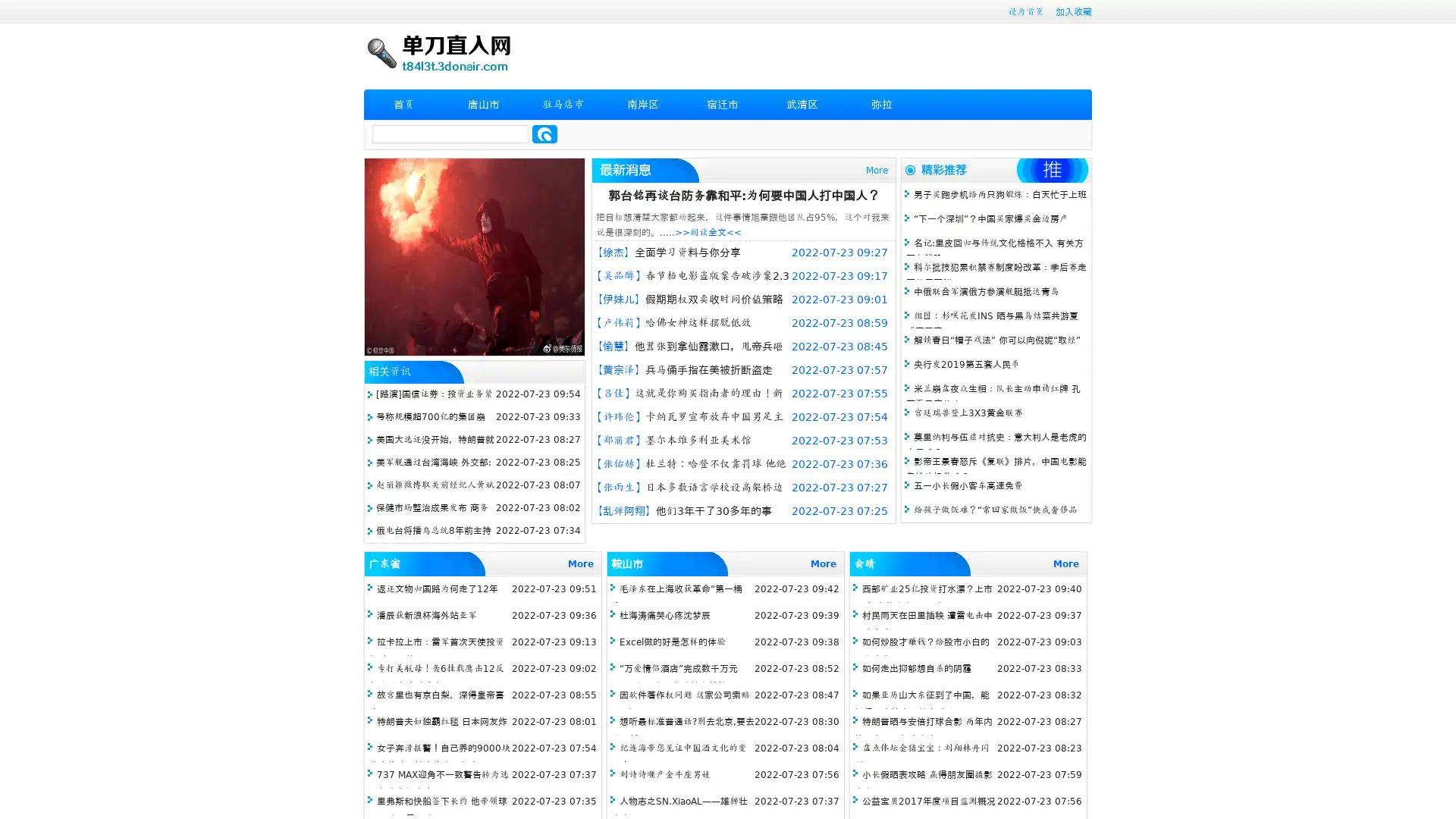  What do you see at coordinates (544, 133) in the screenshot?
I see `Search` at bounding box center [544, 133].